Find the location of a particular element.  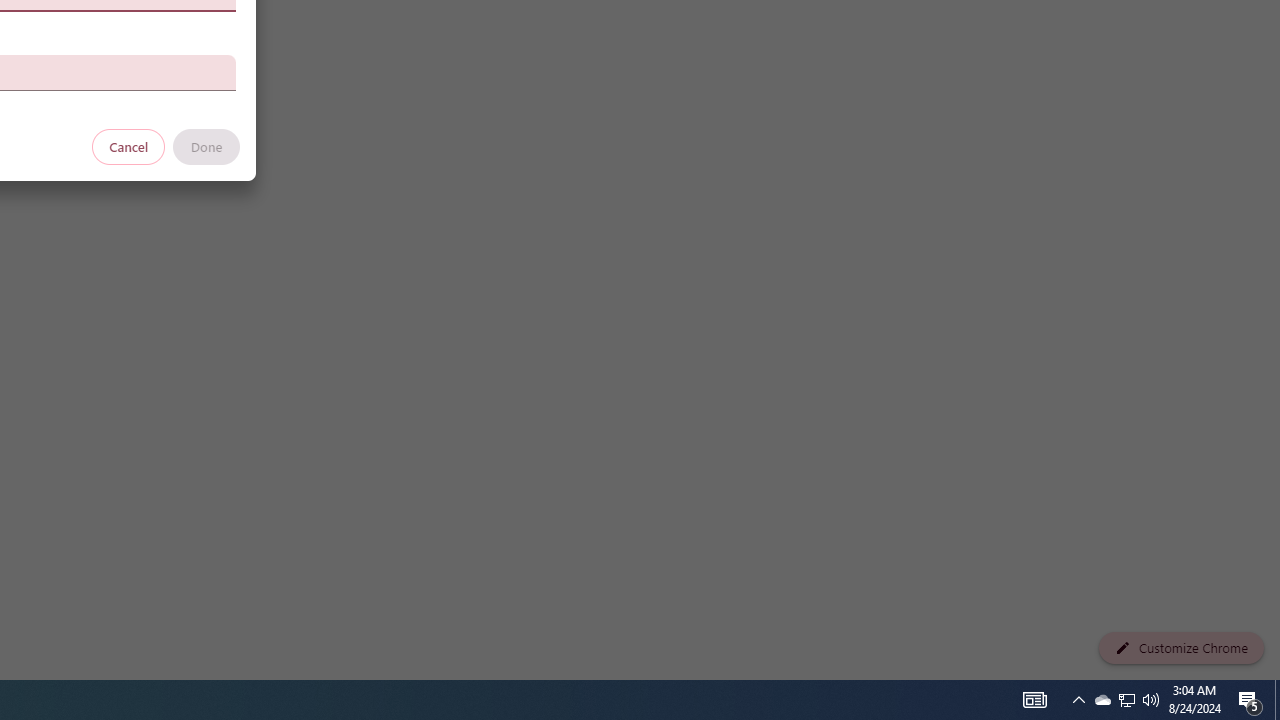

'Cancel' is located at coordinates (128, 145).